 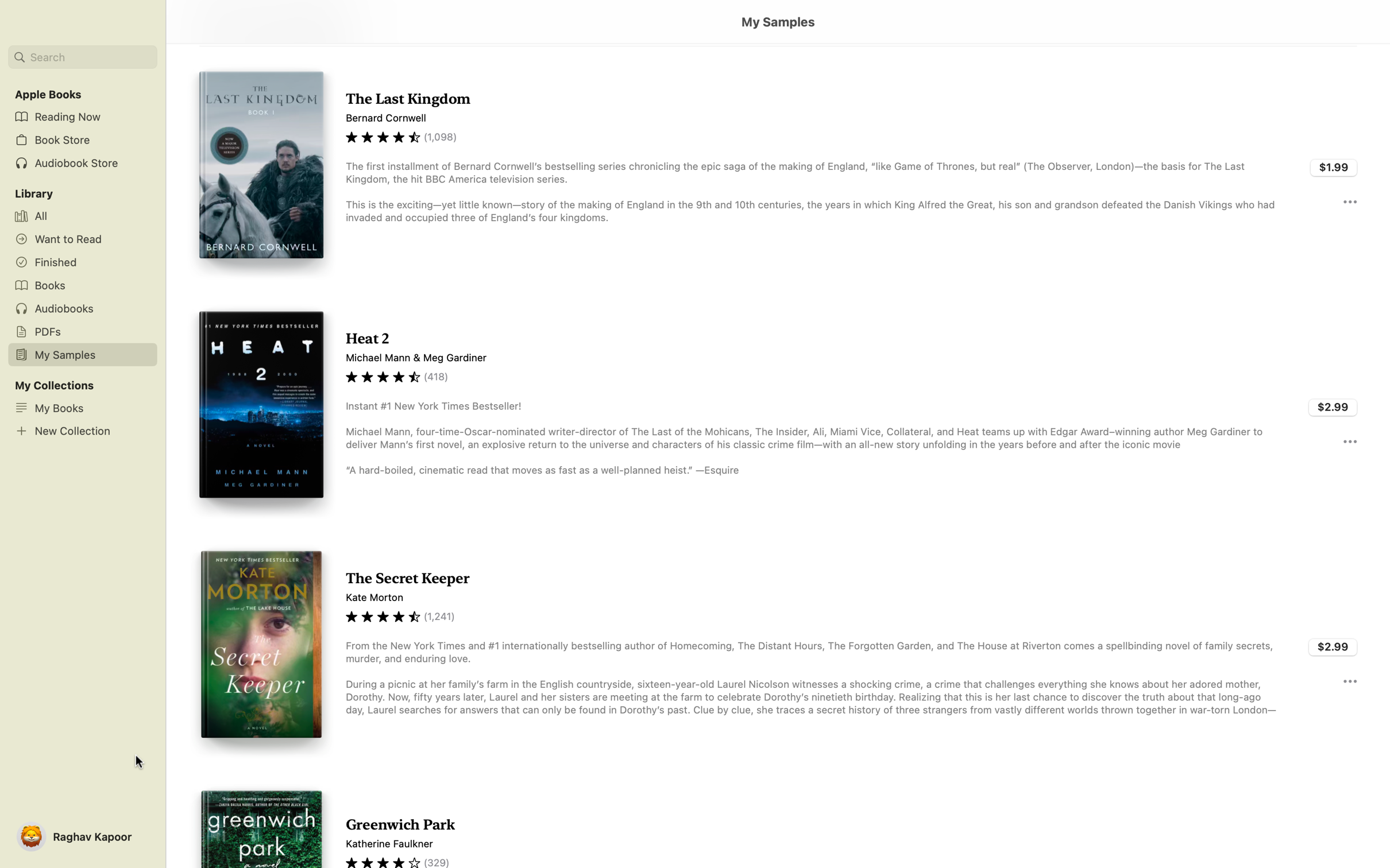 What do you see at coordinates (4532095, 1429596) in the screenshot?
I see `Explore more selections for "Secret Keeper` at bounding box center [4532095, 1429596].